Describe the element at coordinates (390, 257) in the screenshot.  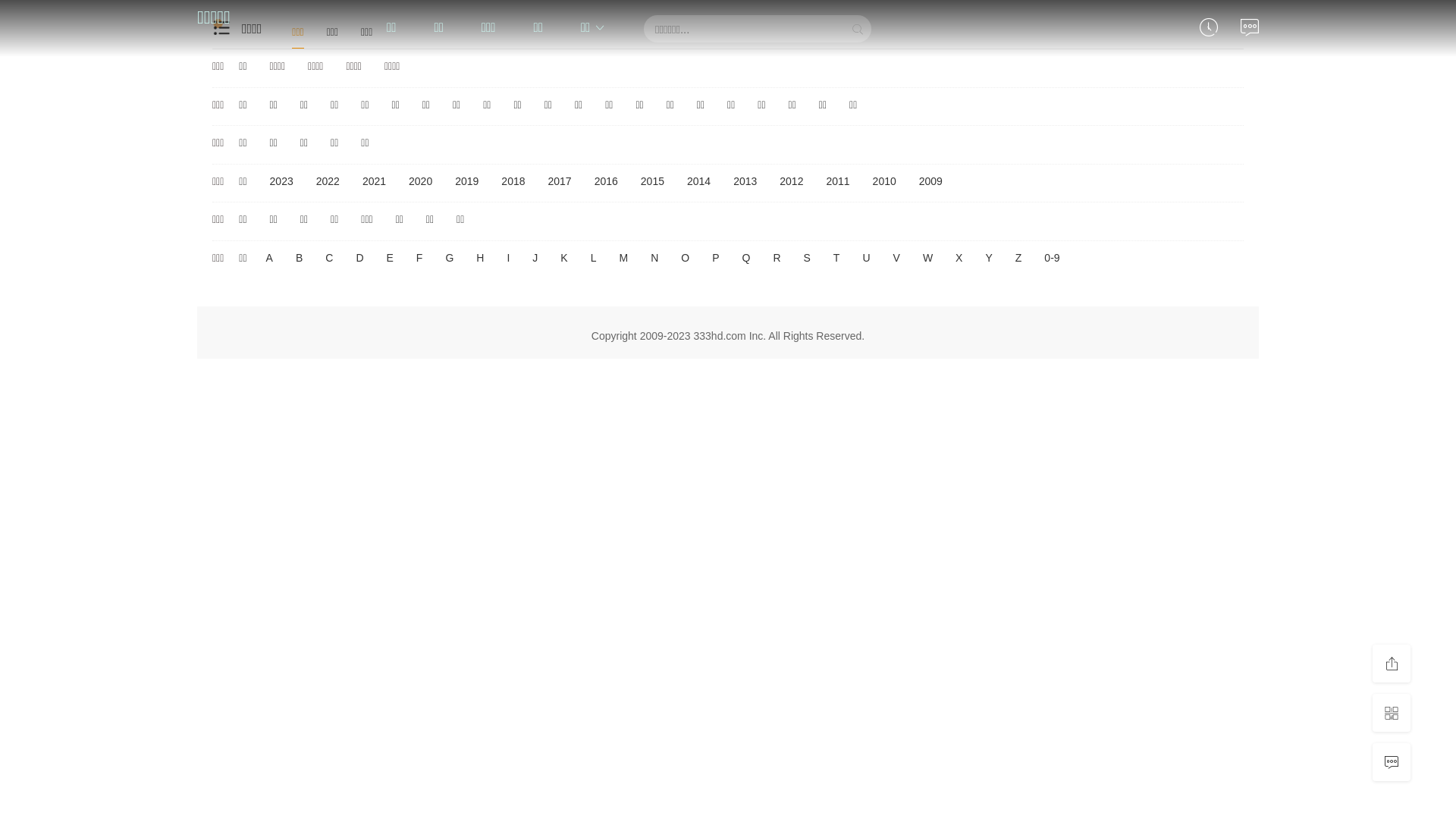
I see `'E'` at that location.